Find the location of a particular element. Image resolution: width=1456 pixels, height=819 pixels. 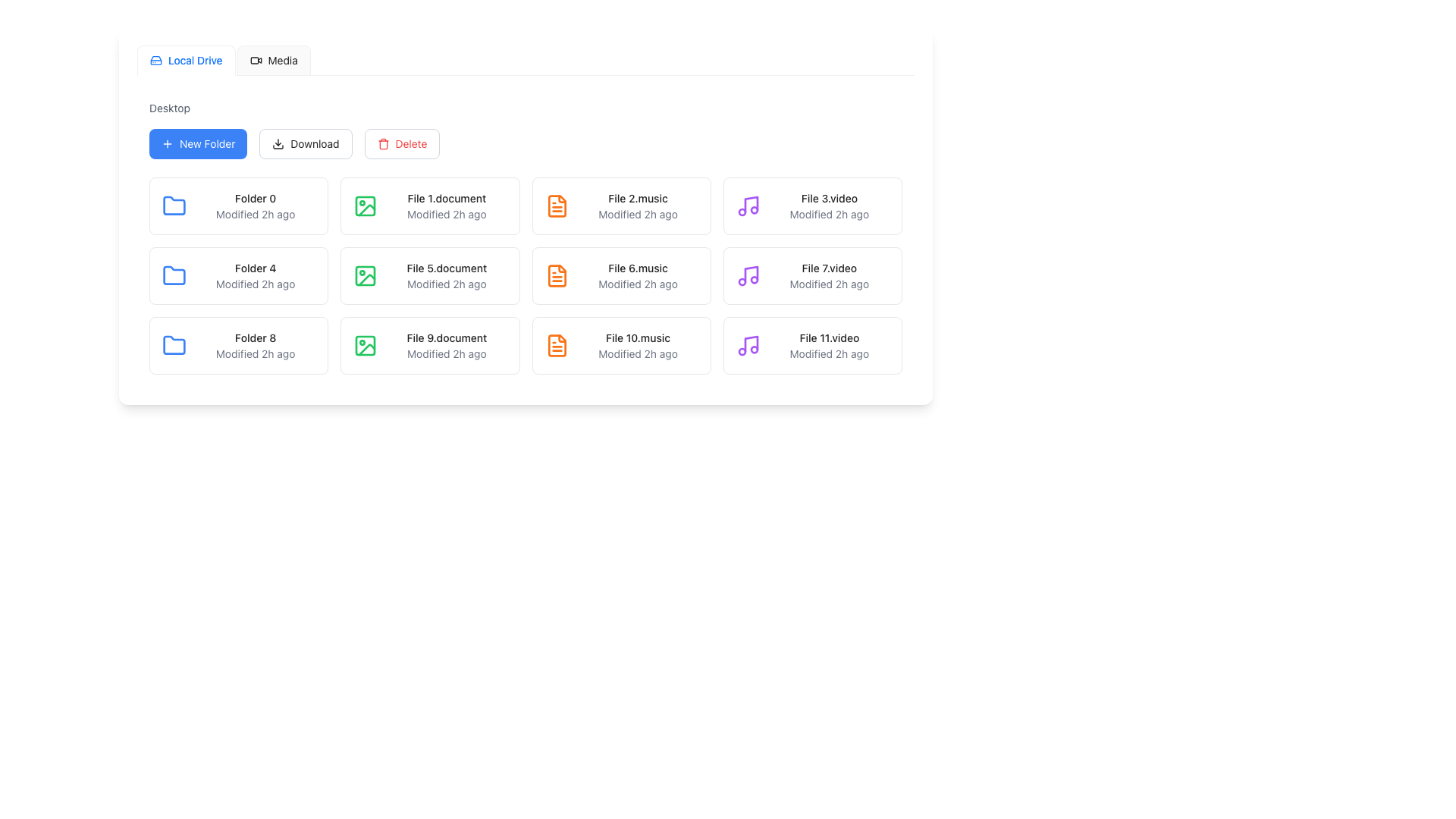

on the File entry item displaying 'File 7.video' with a purple music note icon is located at coordinates (811, 275).